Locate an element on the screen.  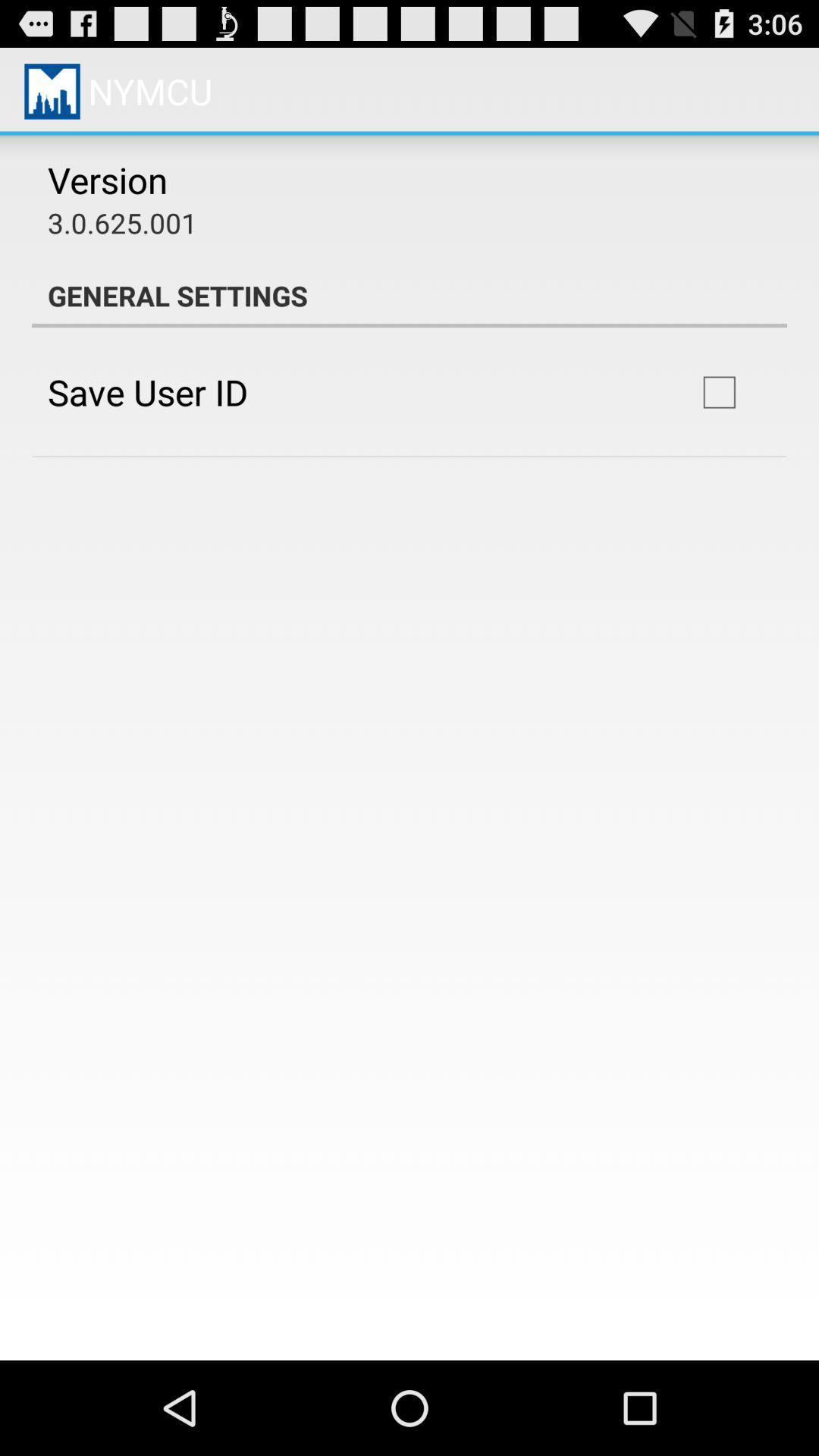
the app below general settings is located at coordinates (718, 392).